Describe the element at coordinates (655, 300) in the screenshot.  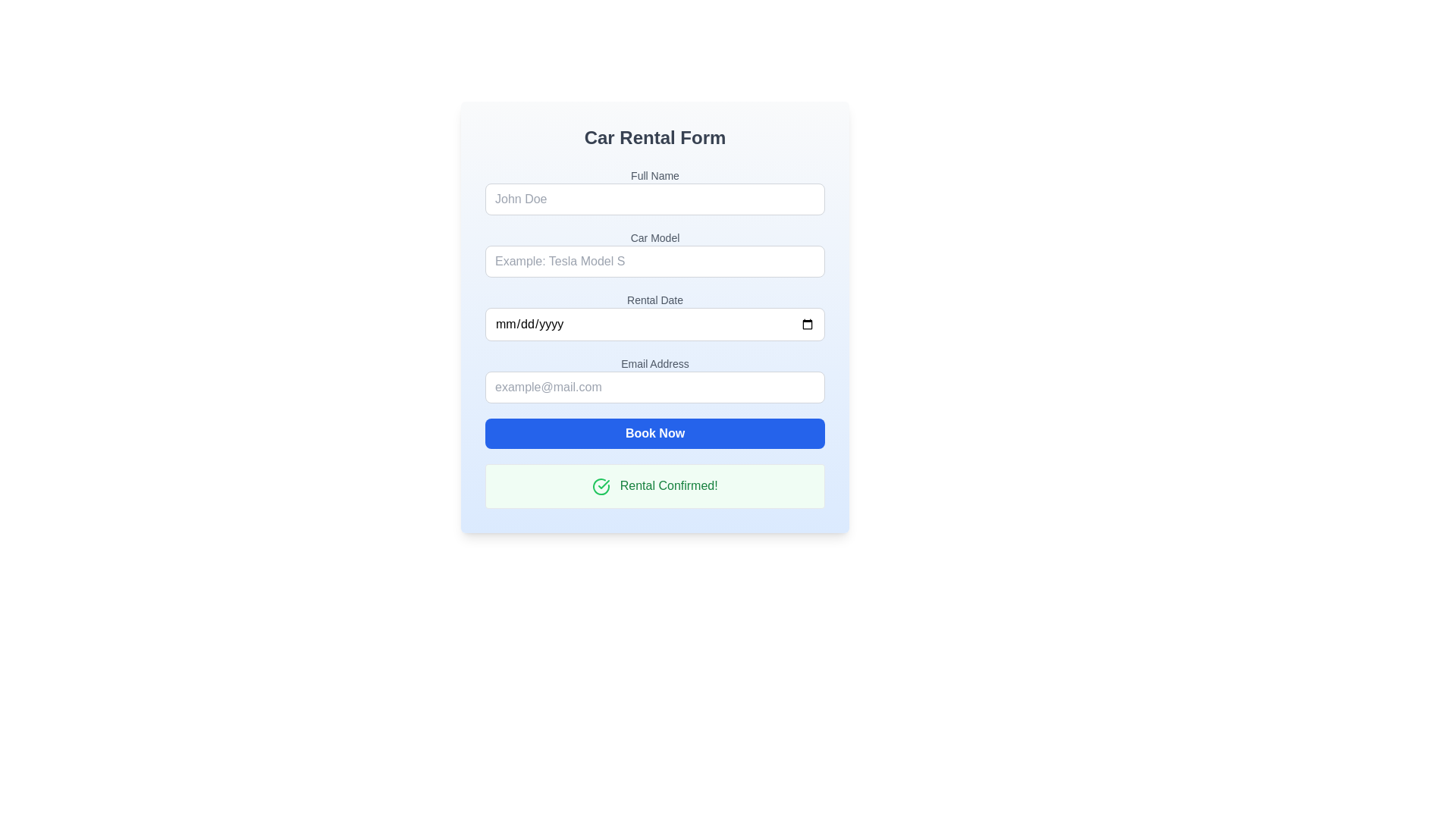
I see `the text label that indicates the rental date input field, which is located above the 'mm/dd/yyyy' input field and below the 'Car Model' input field` at that location.